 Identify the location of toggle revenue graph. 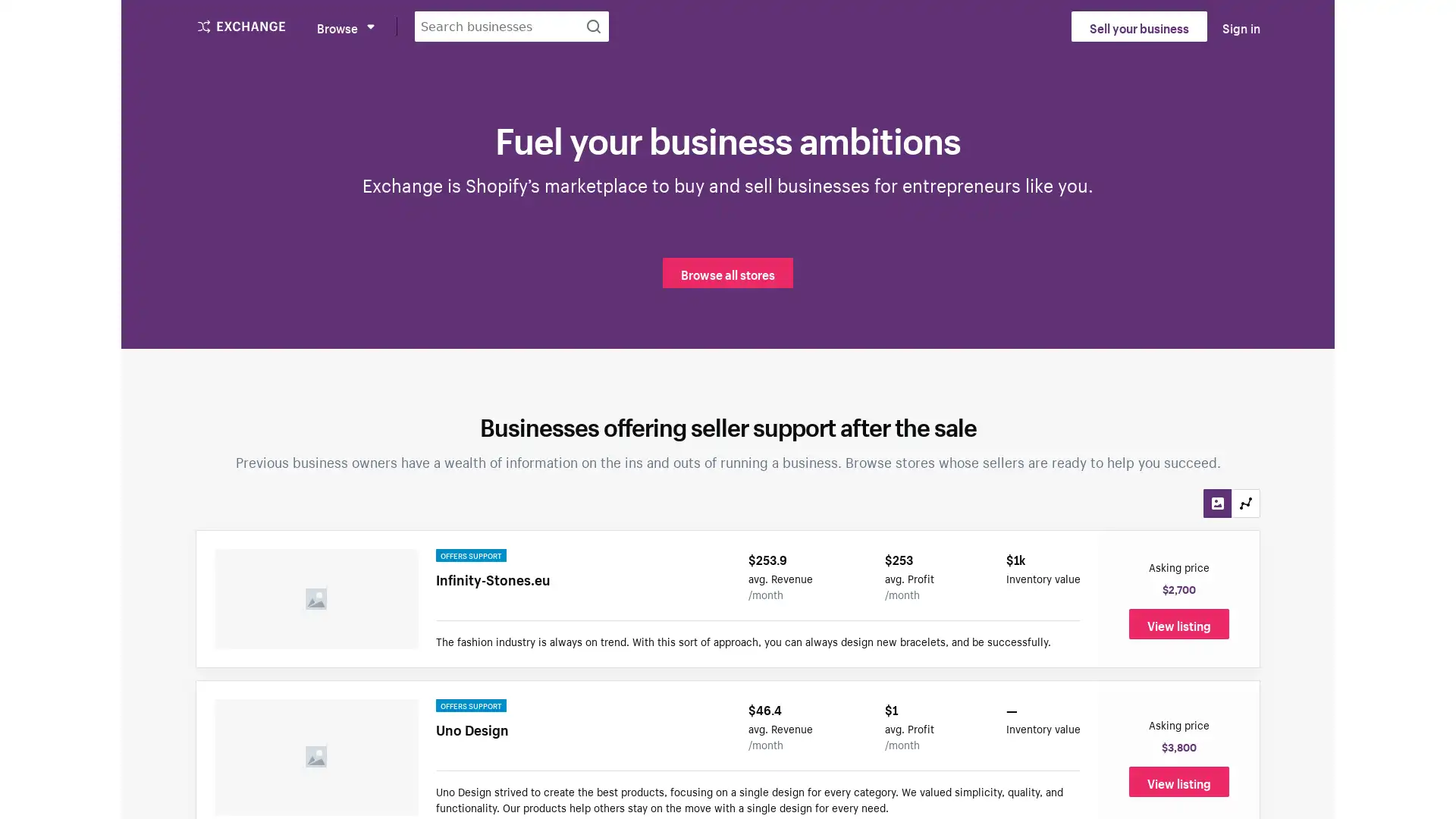
(1245, 503).